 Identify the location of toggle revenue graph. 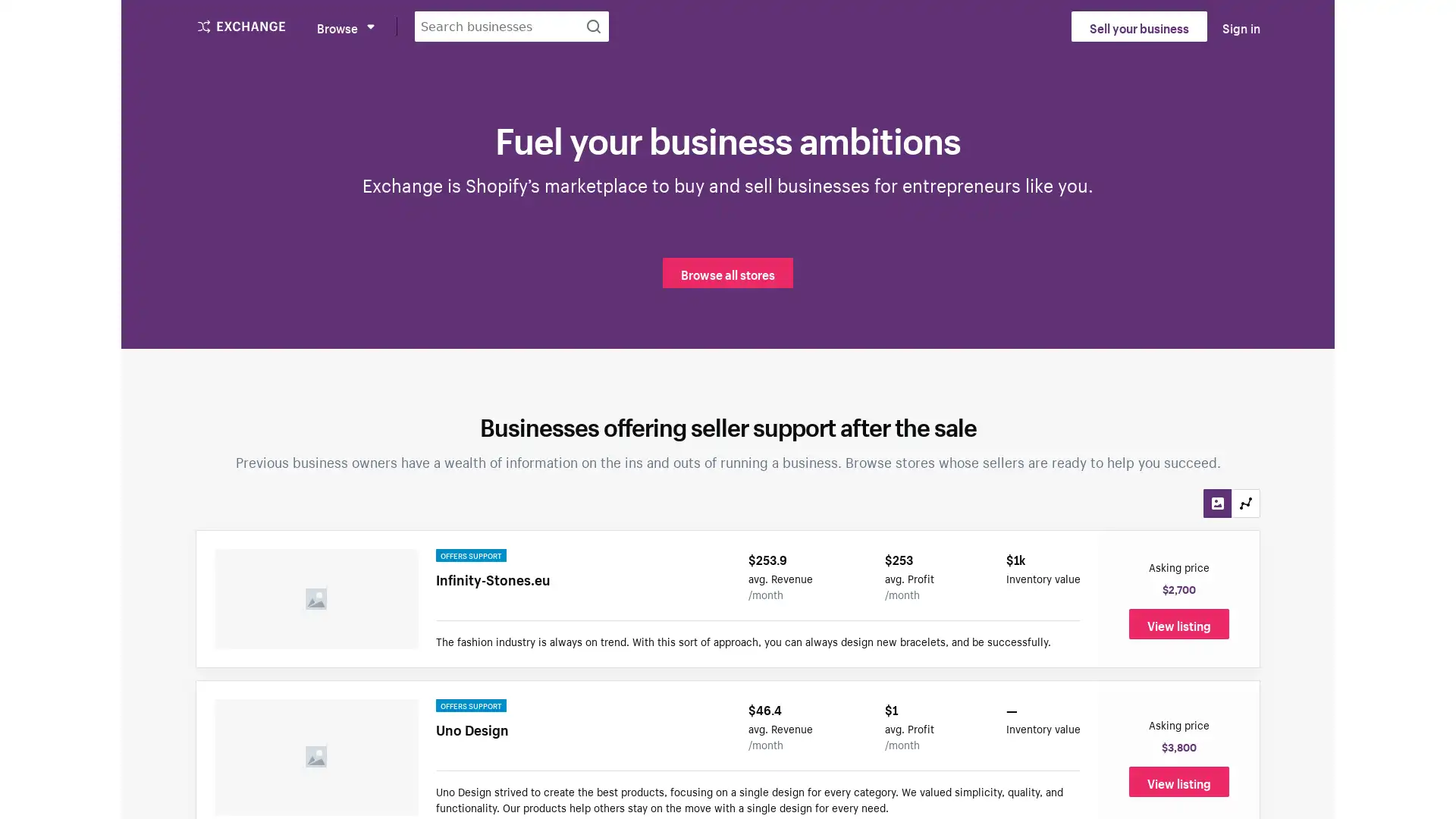
(1245, 503).